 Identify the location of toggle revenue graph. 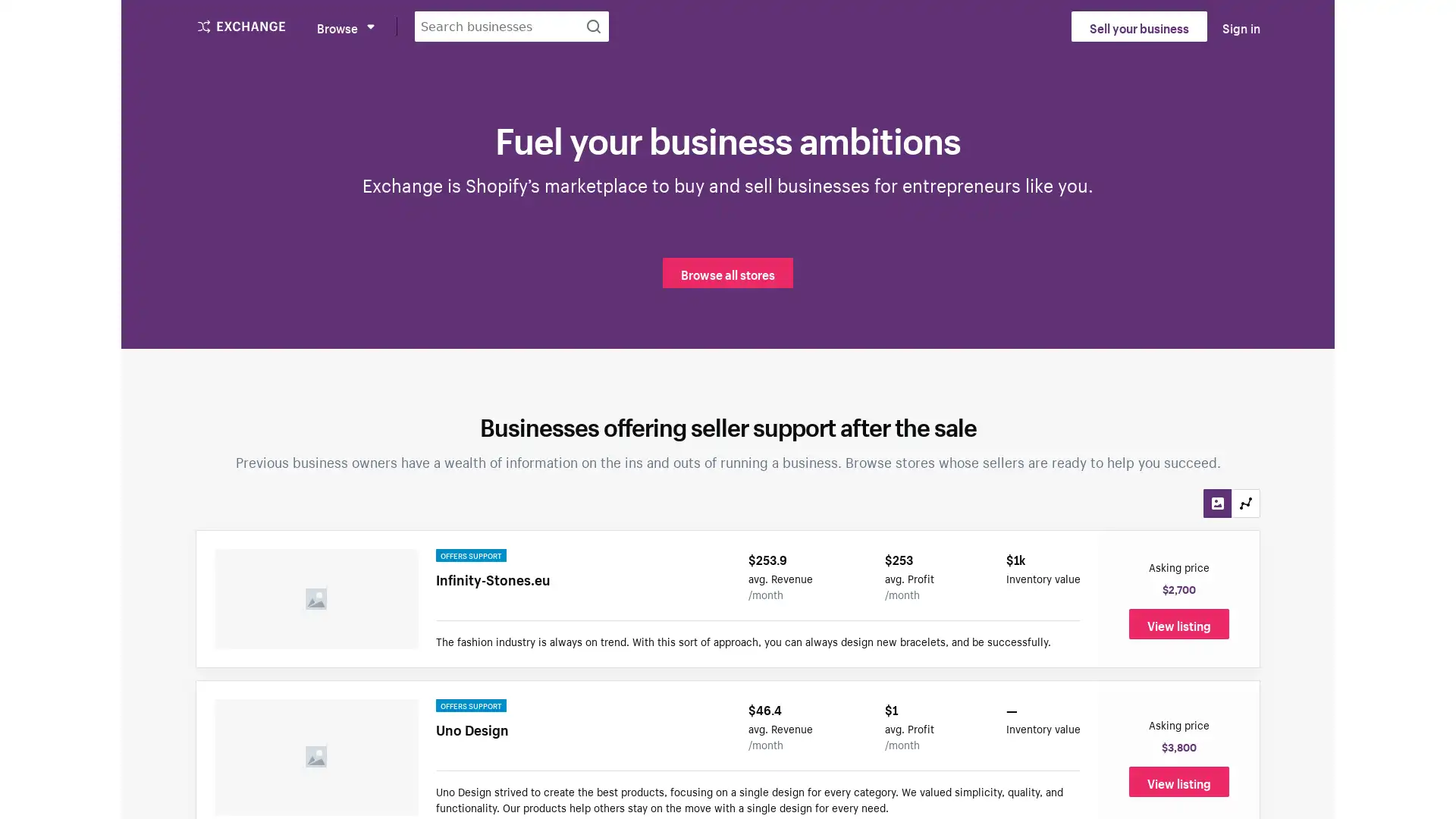
(1245, 503).